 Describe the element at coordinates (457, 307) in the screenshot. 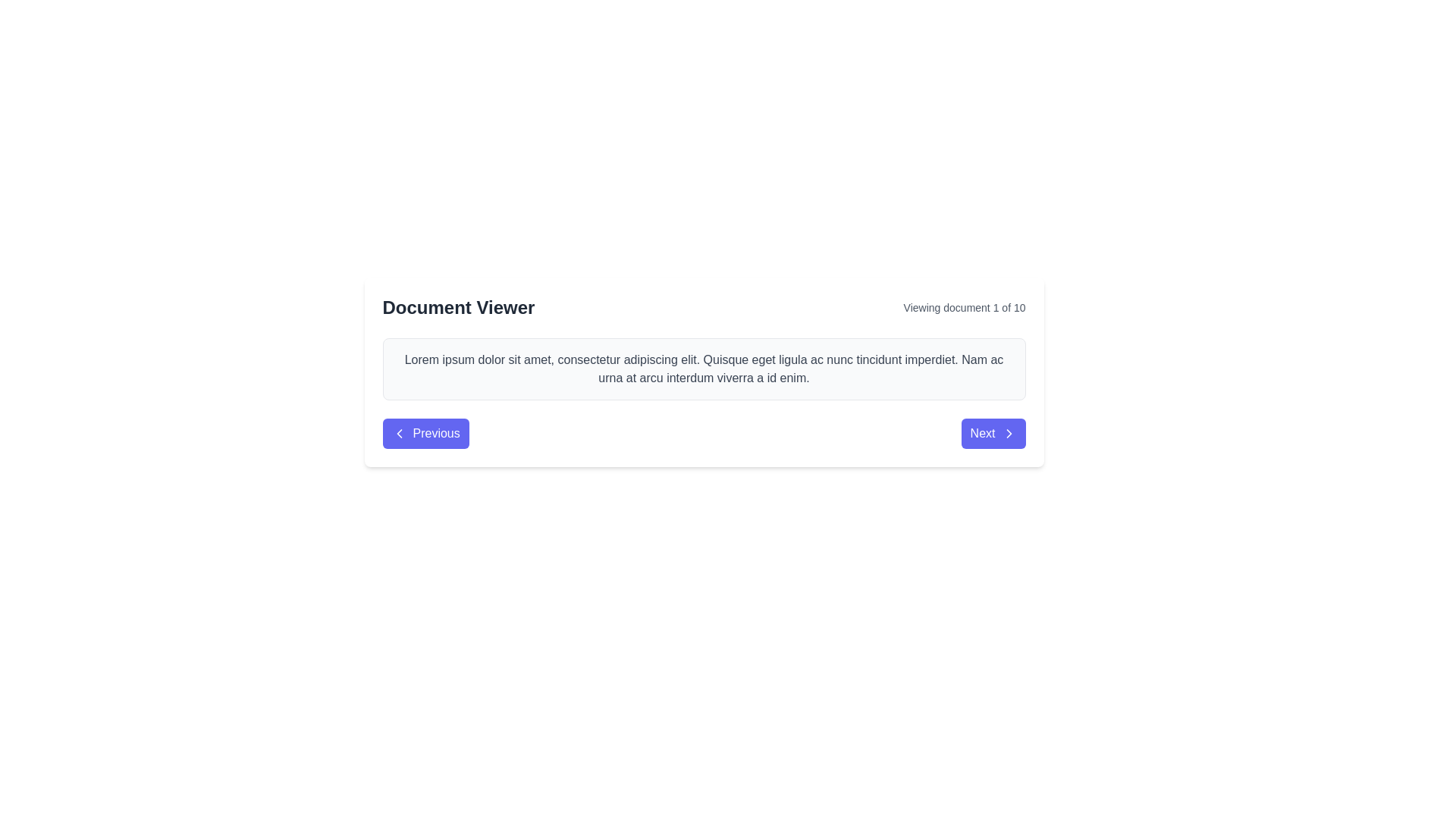

I see `the text heading that serves as the title of the current section or page in the document viewer interface` at that location.